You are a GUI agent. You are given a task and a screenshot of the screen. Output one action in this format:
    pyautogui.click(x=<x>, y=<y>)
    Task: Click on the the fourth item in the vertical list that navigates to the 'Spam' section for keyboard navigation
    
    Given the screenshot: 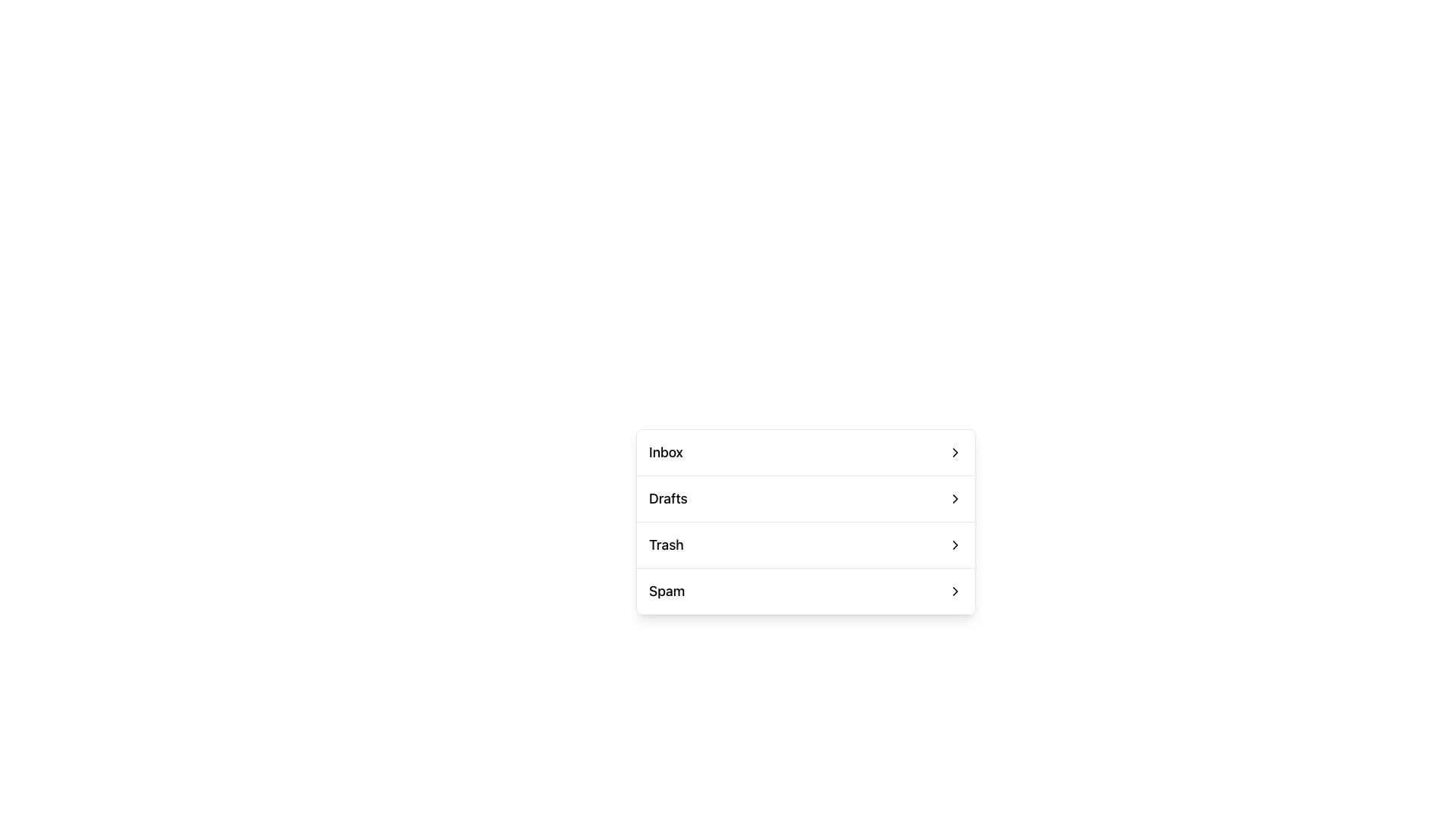 What is the action you would take?
    pyautogui.click(x=805, y=590)
    